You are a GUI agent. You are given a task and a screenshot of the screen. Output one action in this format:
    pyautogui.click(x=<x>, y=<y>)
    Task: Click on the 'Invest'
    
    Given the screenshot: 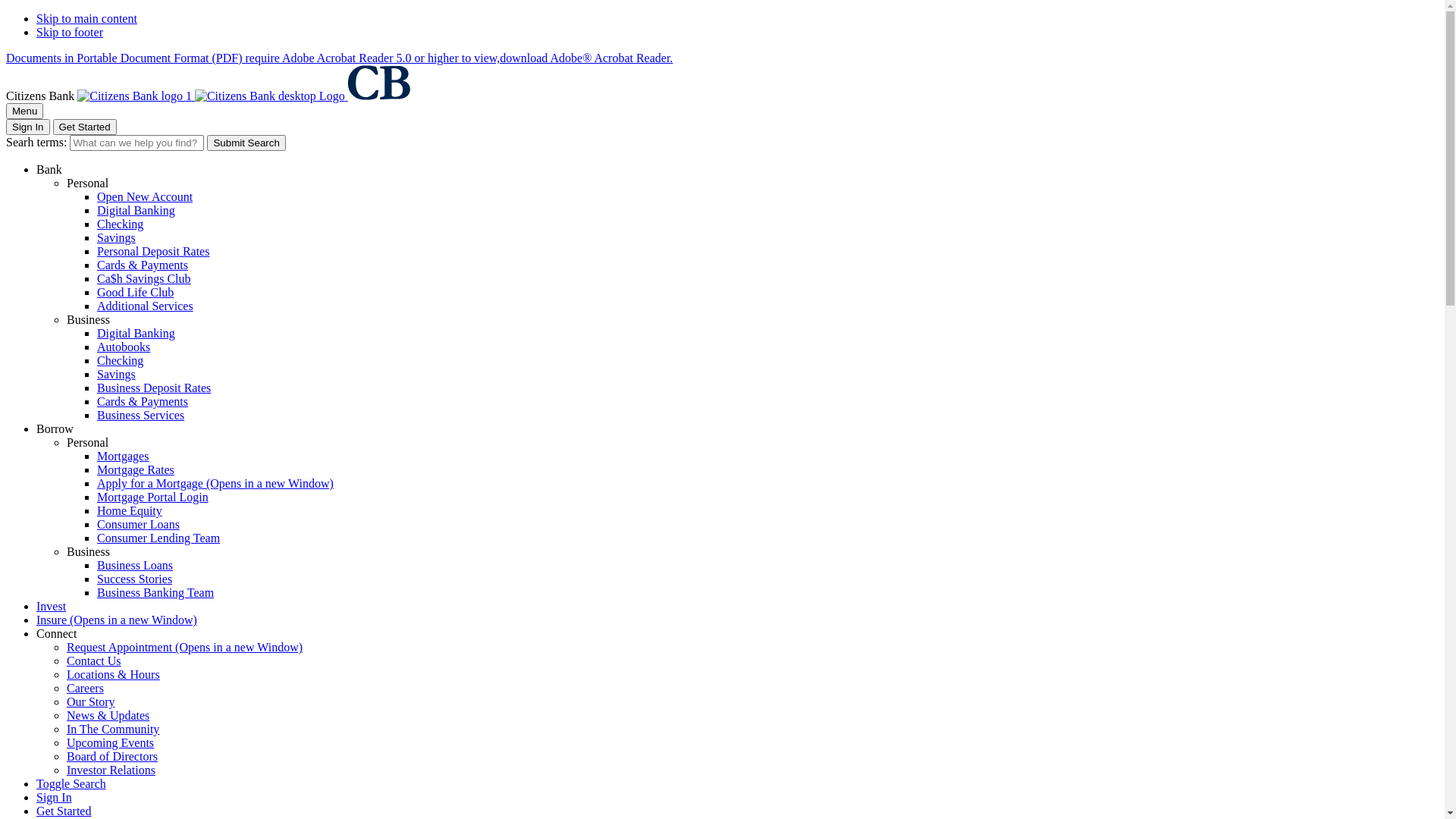 What is the action you would take?
    pyautogui.click(x=51, y=605)
    